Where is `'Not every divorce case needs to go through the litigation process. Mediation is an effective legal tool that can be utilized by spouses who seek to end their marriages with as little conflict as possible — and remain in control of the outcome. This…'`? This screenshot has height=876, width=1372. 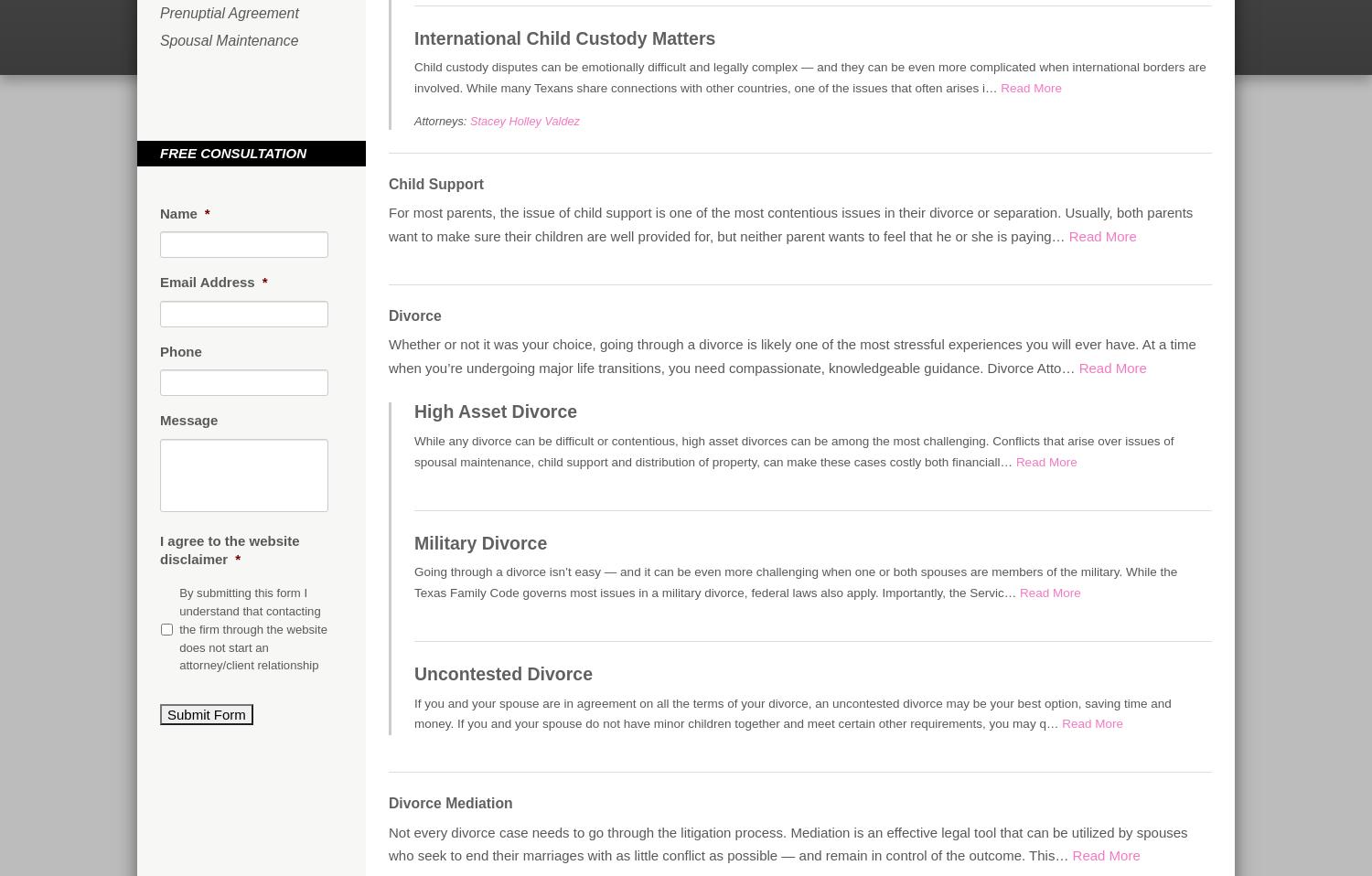 'Not every divorce case needs to go through the litigation process. Mediation is an effective legal tool that can be utilized by spouses who seek to end their marriages with as little conflict as possible — and remain in control of the outcome. This…' is located at coordinates (787, 843).